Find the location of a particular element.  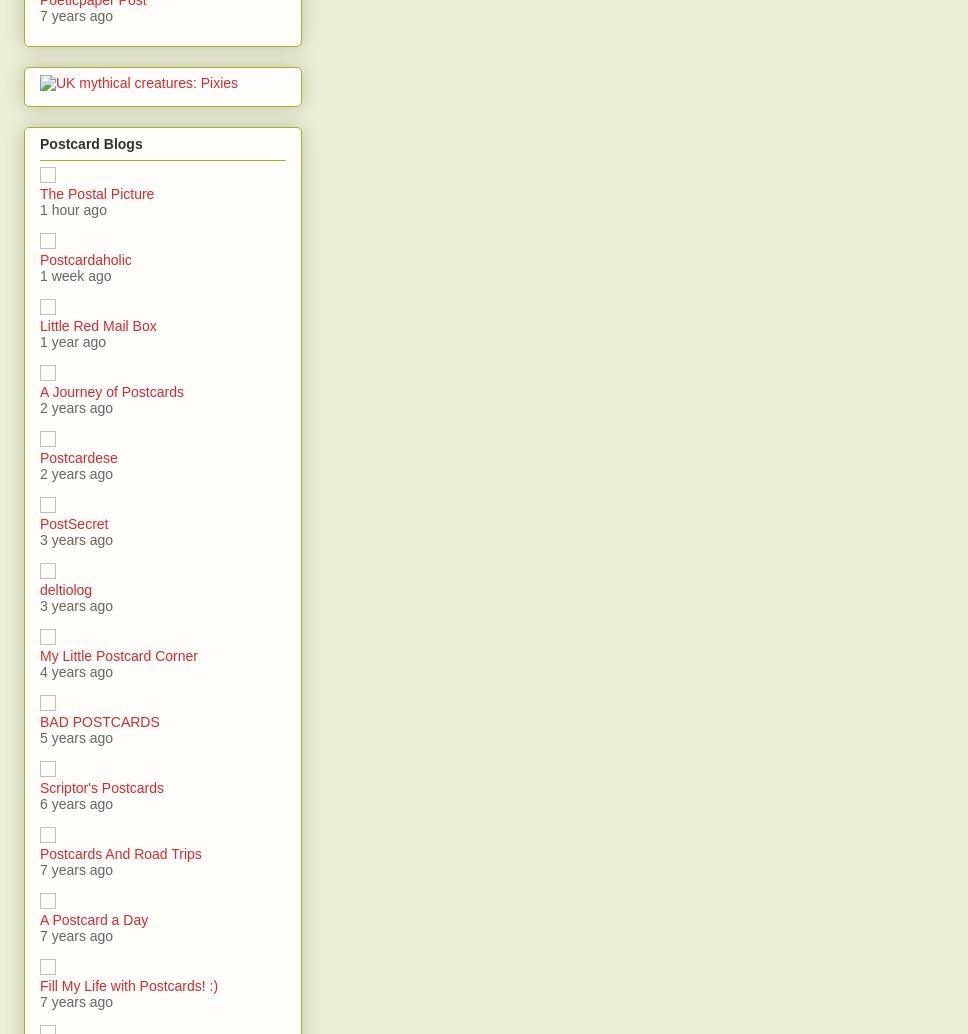

'1 year ago' is located at coordinates (71, 341).